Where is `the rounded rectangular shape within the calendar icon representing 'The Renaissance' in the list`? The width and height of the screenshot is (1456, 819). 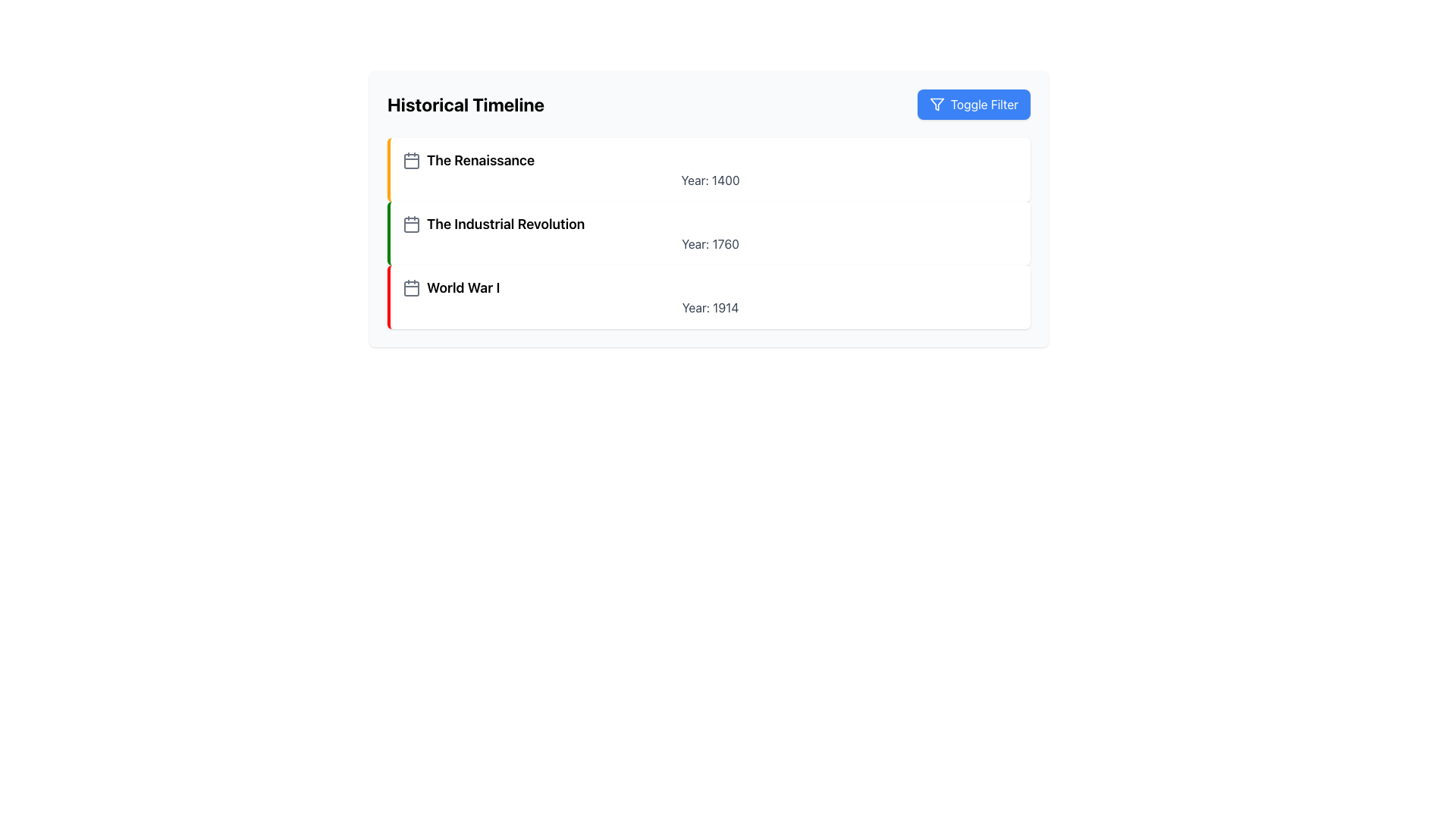 the rounded rectangular shape within the calendar icon representing 'The Renaissance' in the list is located at coordinates (411, 161).